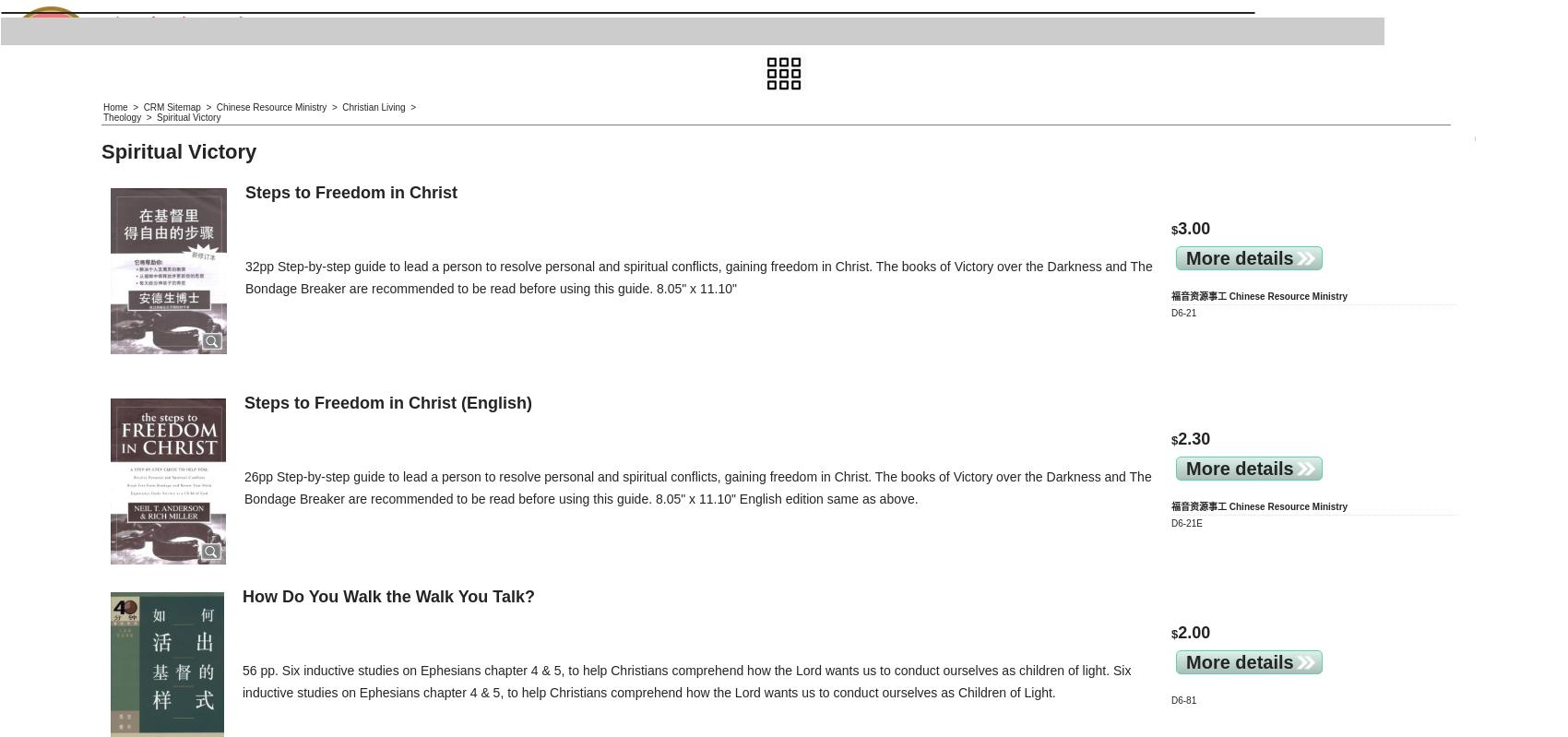 The width and height of the screenshot is (1568, 737). Describe the element at coordinates (1186, 522) in the screenshot. I see `'D6-21E'` at that location.